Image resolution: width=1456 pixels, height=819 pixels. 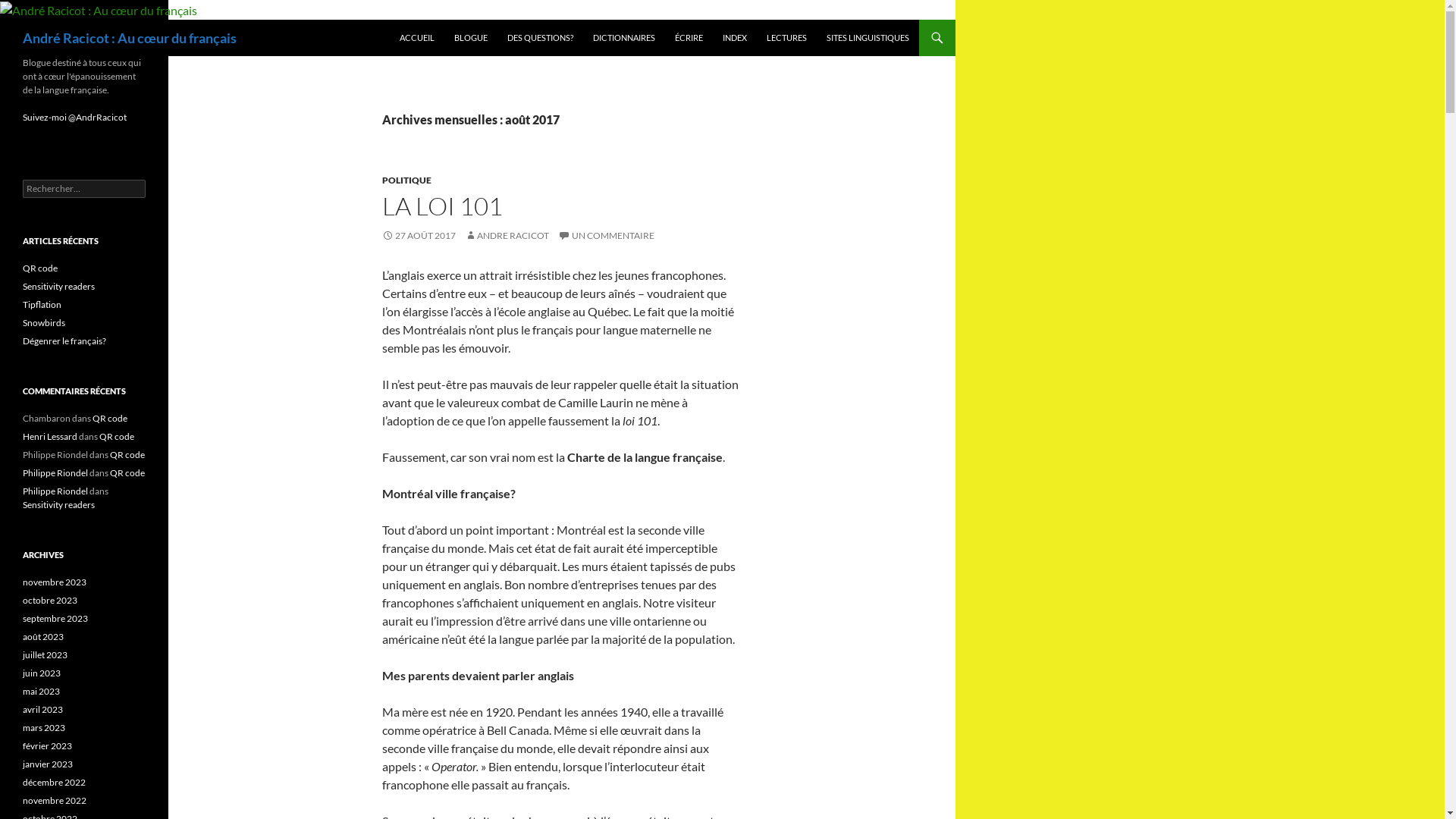 I want to click on 'janvier 2023', so click(x=47, y=764).